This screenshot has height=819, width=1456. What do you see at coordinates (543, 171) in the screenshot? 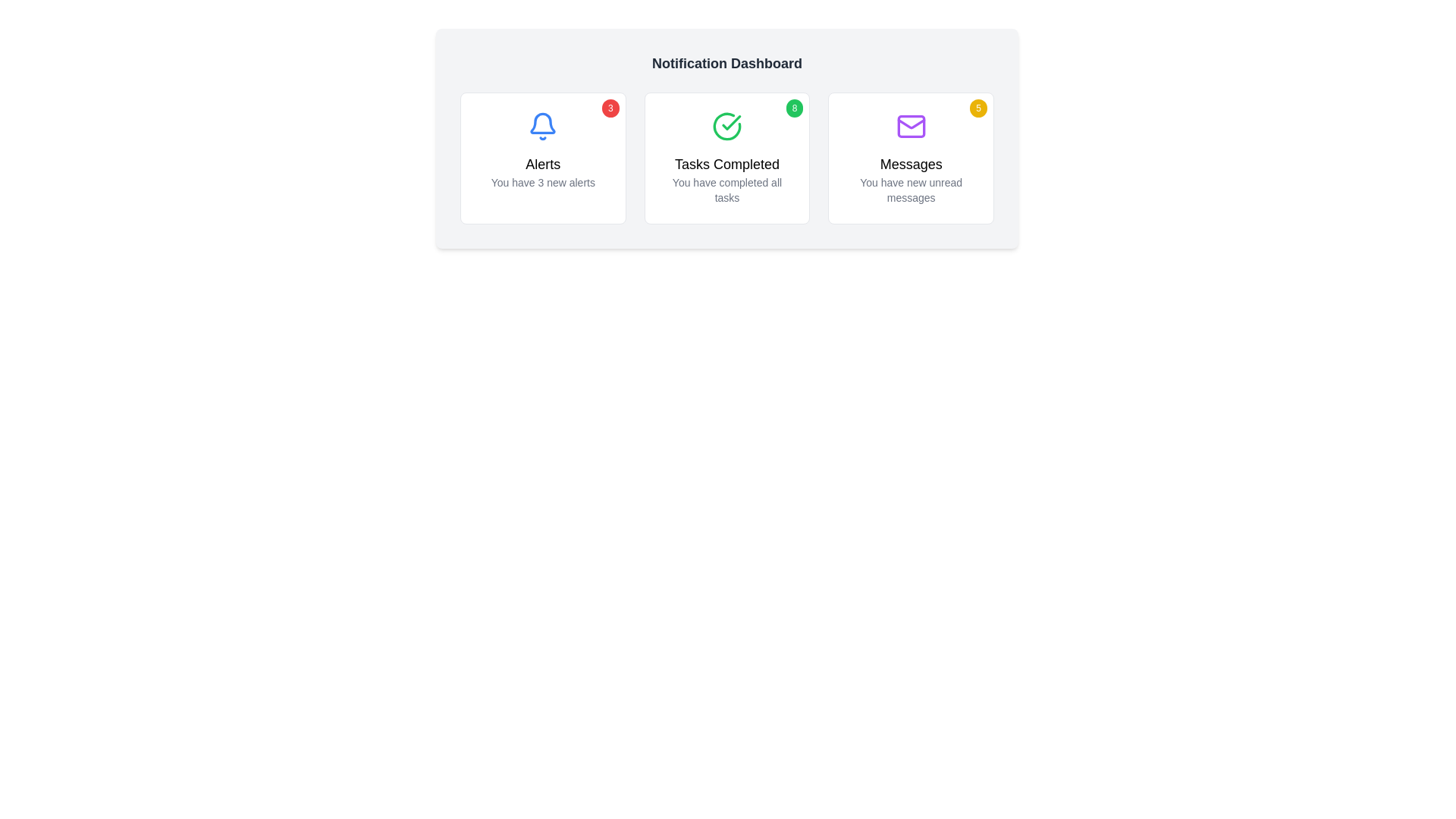
I see `the notification summary element located in the first column of the grid layout under the 'Notification Dashboard' header, which informs the user about new alerts` at bounding box center [543, 171].